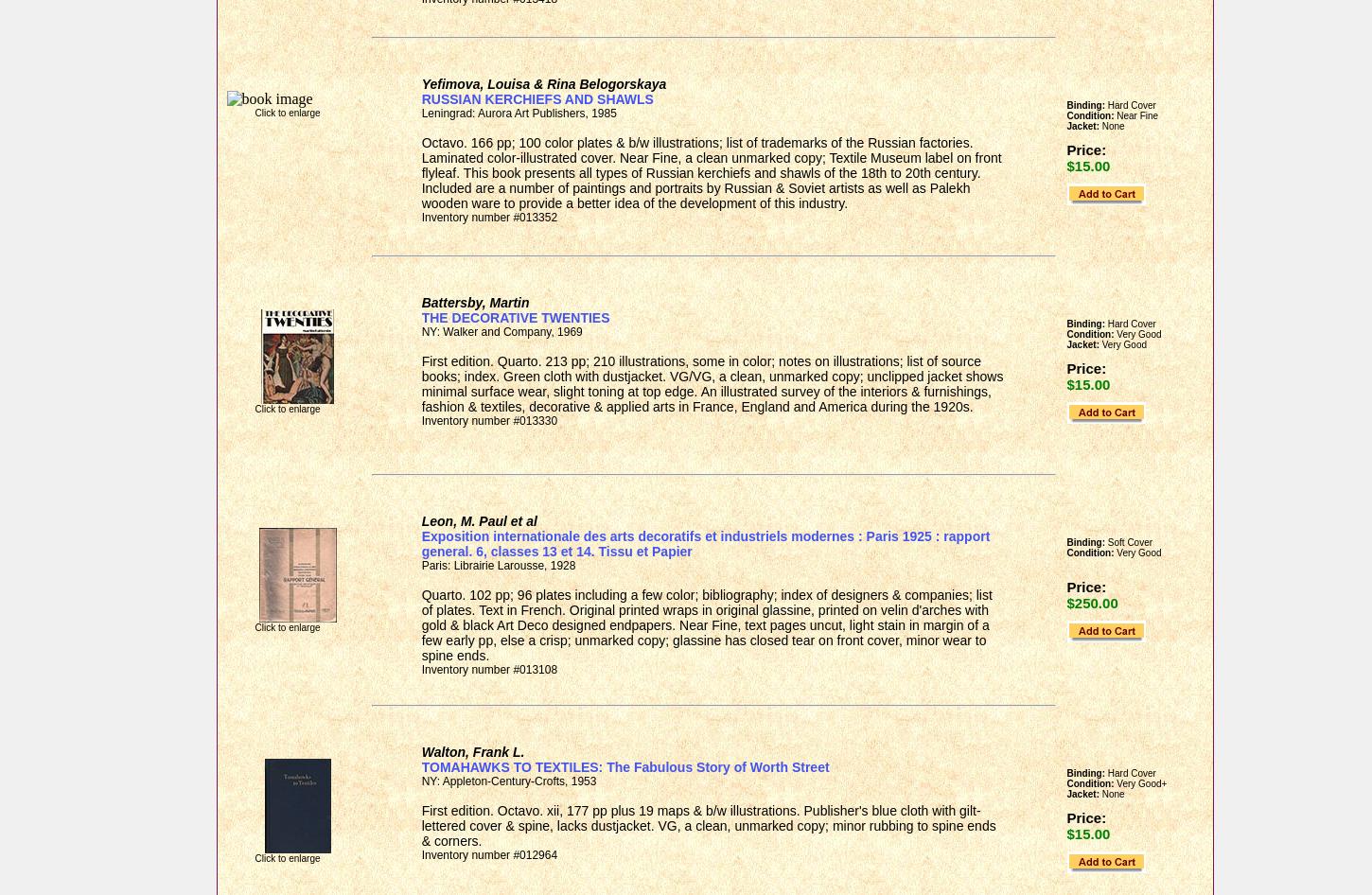 Image resolution: width=1372 pixels, height=895 pixels. Describe the element at coordinates (1138, 783) in the screenshot. I see `'Very Good+'` at that location.